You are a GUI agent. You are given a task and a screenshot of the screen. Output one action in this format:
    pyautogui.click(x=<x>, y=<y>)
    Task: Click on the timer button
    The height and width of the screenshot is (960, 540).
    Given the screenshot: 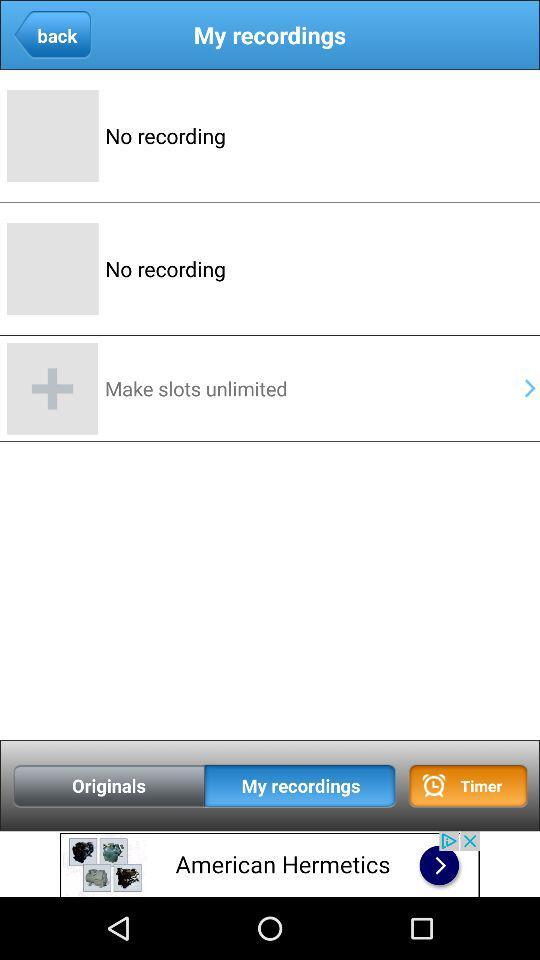 What is the action you would take?
    pyautogui.click(x=468, y=785)
    